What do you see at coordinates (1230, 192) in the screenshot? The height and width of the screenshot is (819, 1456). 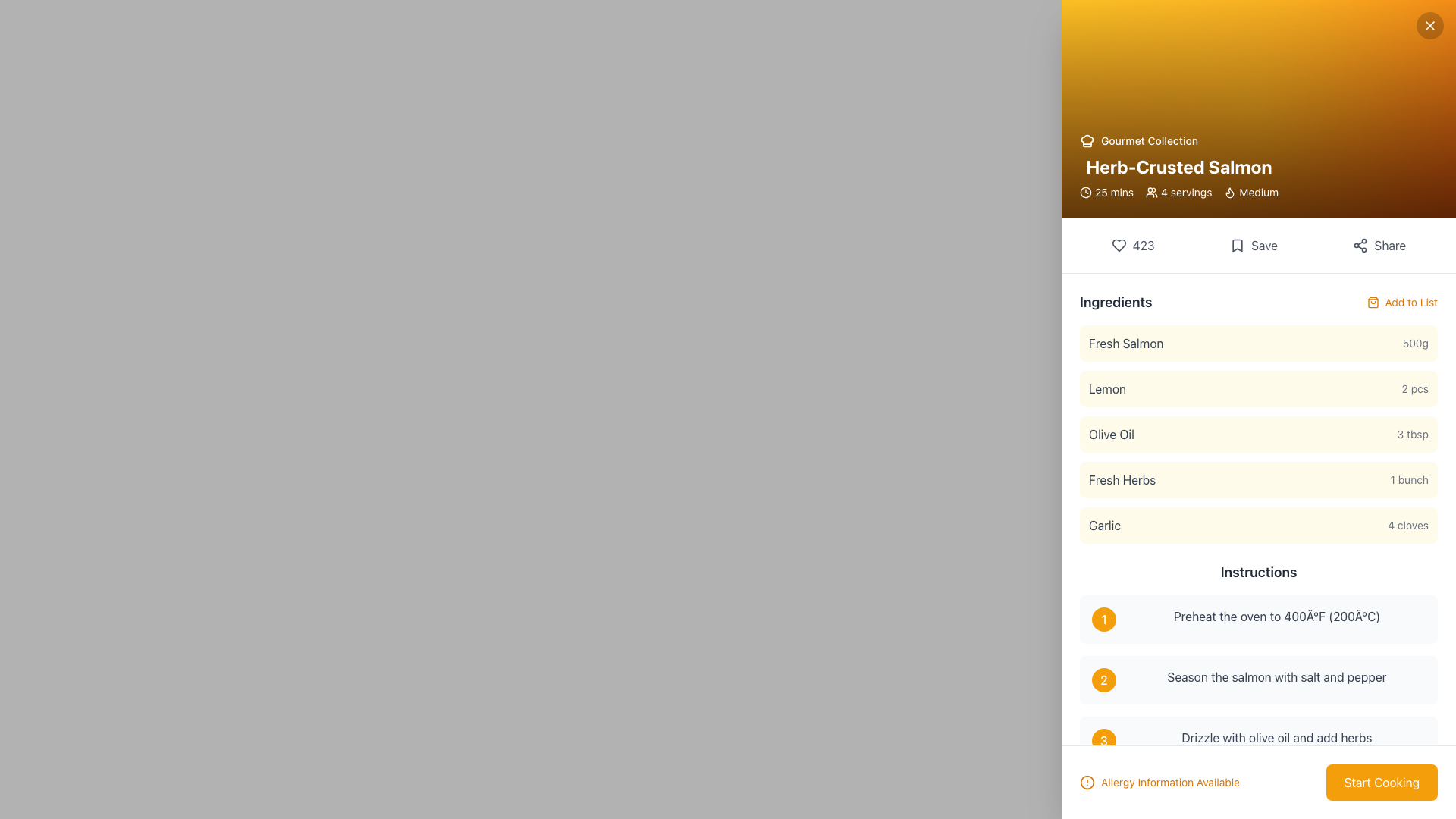 I see `the flame-shaped icon with thin strokes located to the left of the 'Medium' label in the top section of the interface` at bounding box center [1230, 192].